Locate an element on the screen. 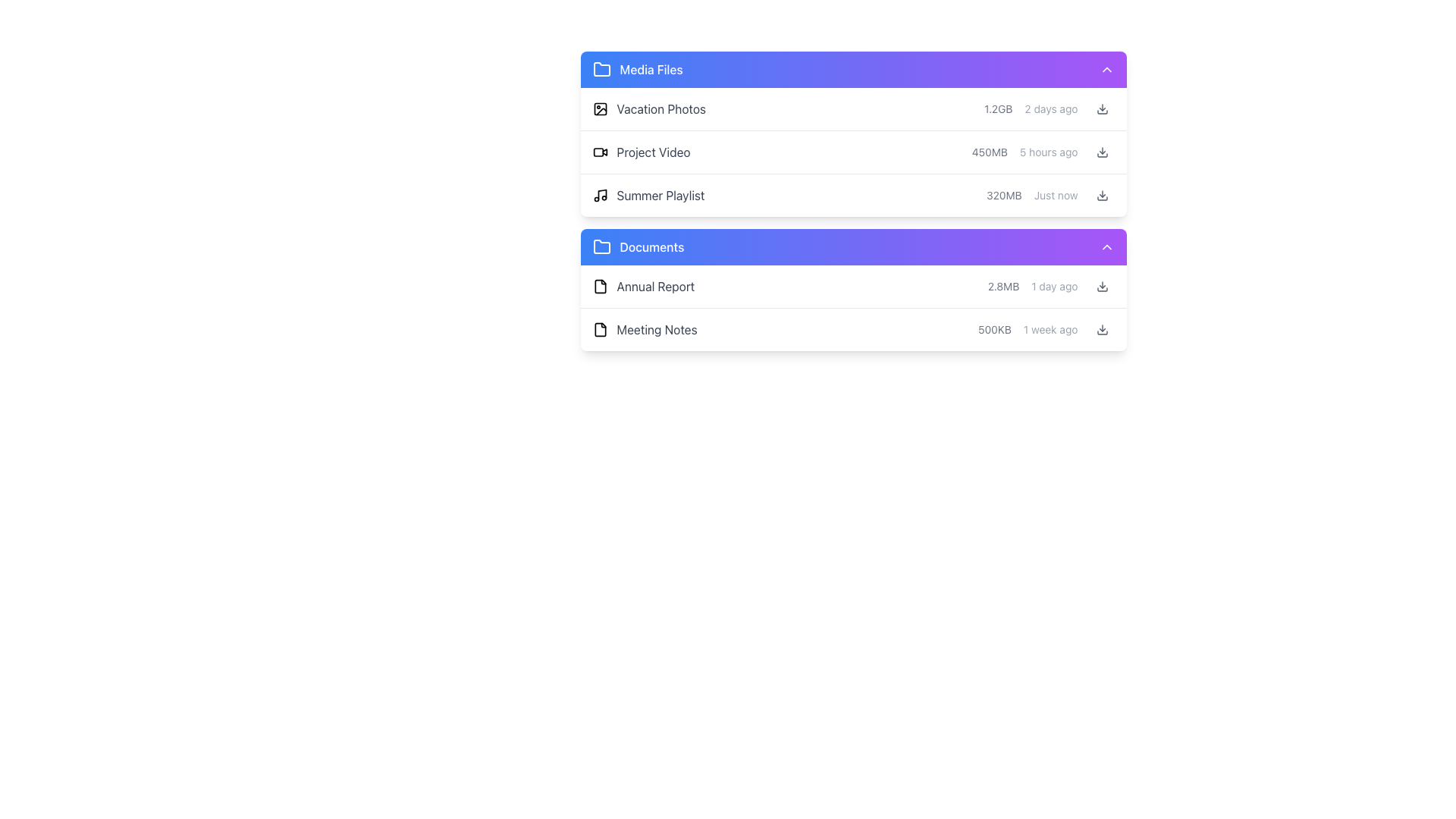 The width and height of the screenshot is (1456, 819). the 'Documents' folder icon, which is located at the leftmost side of the 'Documents' row in the second section of the displayed panel is located at coordinates (601, 246).